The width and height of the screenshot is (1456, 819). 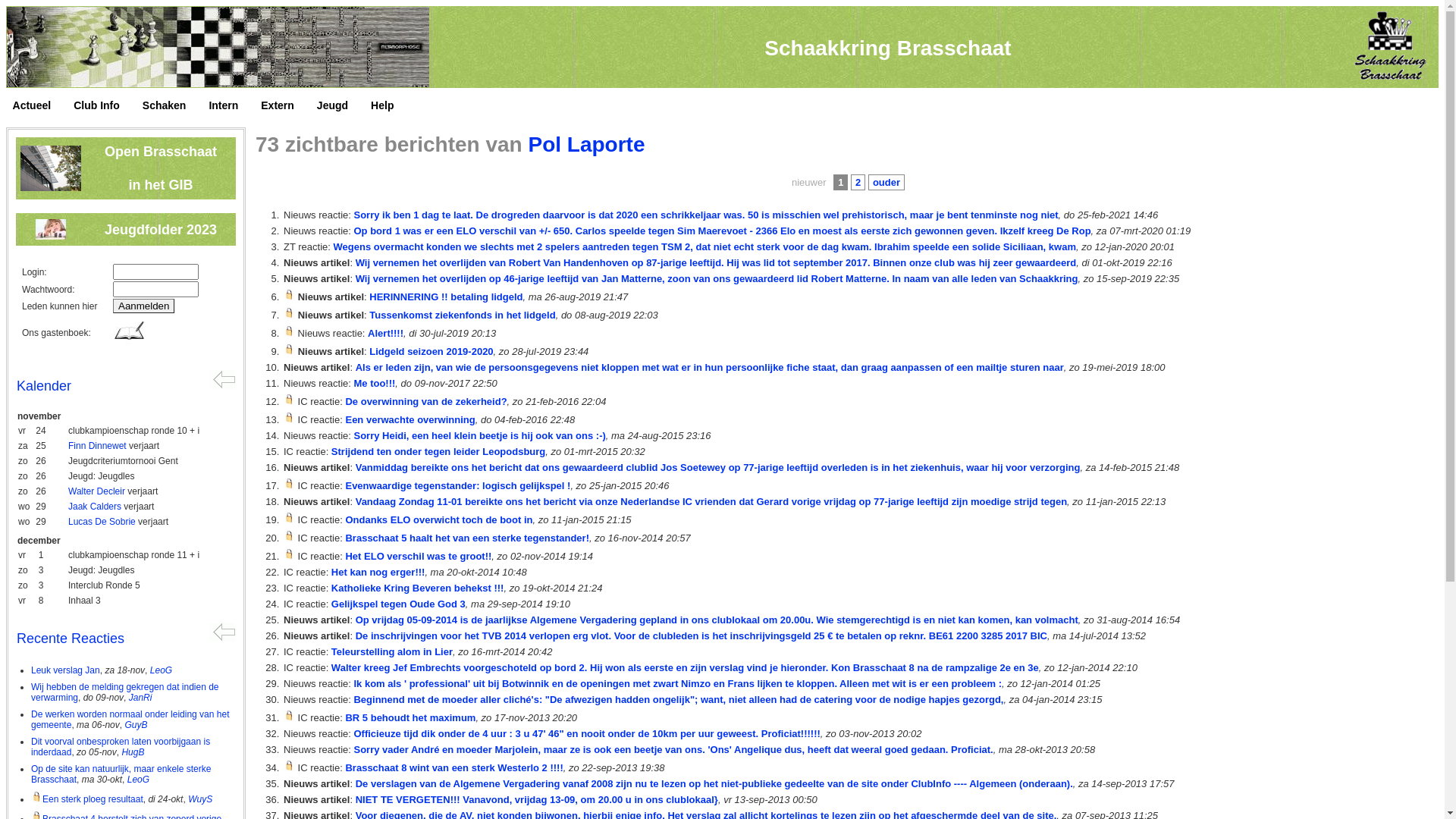 What do you see at coordinates (31, 718) in the screenshot?
I see `'De werken worden normaal onder leiding van het gemeente'` at bounding box center [31, 718].